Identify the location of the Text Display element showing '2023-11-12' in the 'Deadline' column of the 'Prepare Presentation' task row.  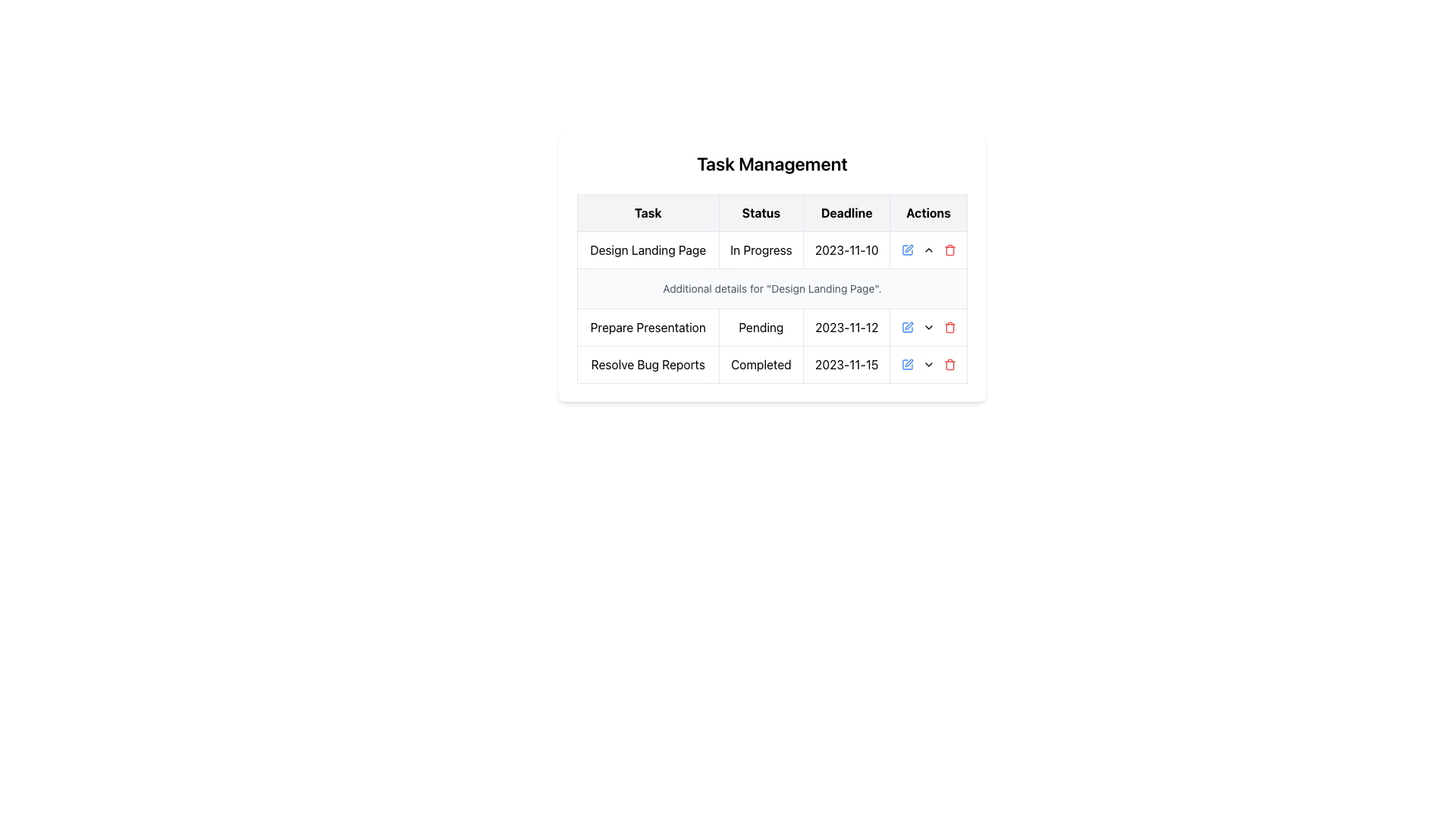
(846, 327).